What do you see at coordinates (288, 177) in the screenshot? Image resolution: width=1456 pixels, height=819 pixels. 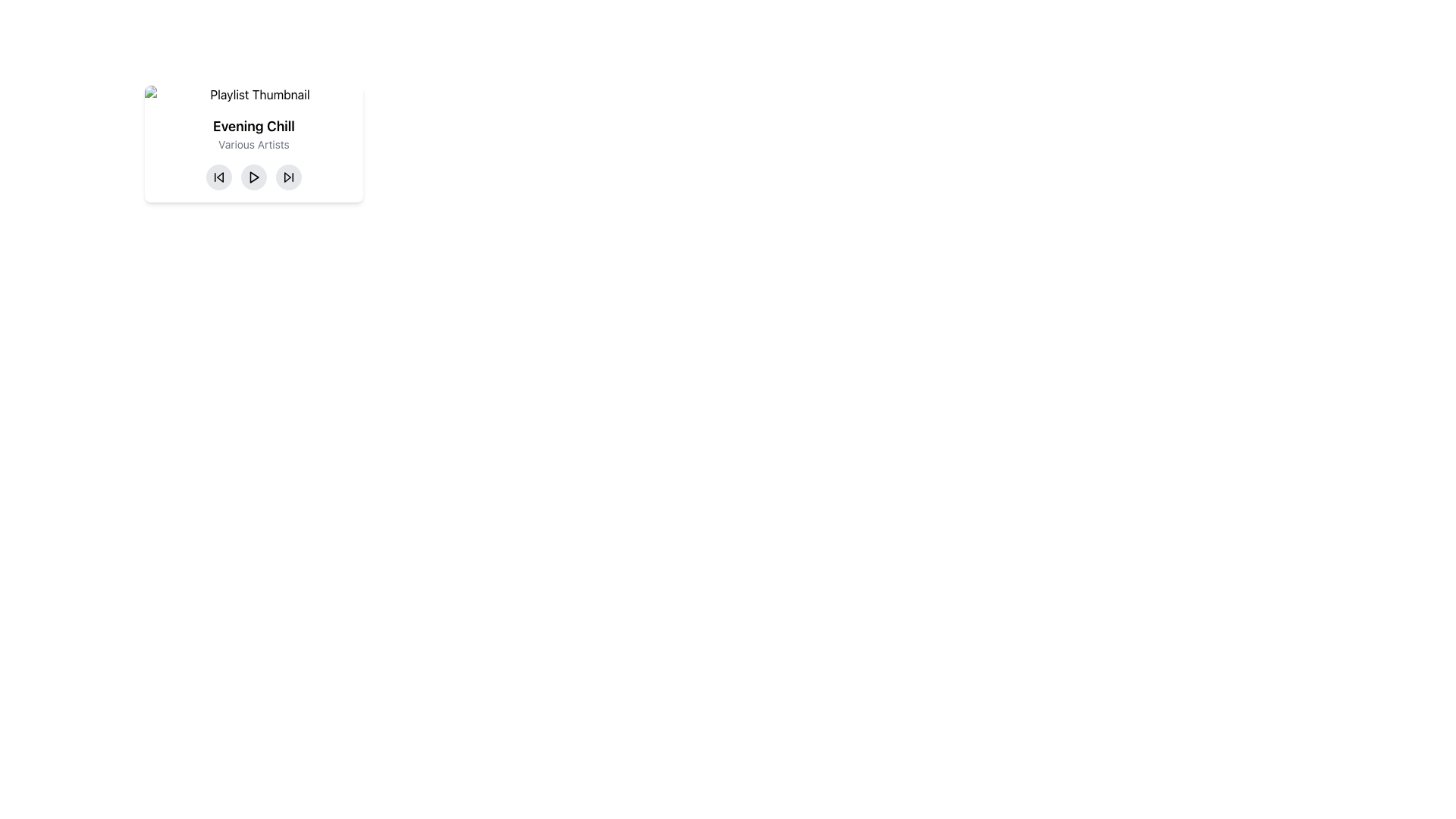 I see `the forward-skip icon, which is a small icon resembling two triangles pointing right followed by a vertical bar, located inside a circular button with a light gray background` at bounding box center [288, 177].